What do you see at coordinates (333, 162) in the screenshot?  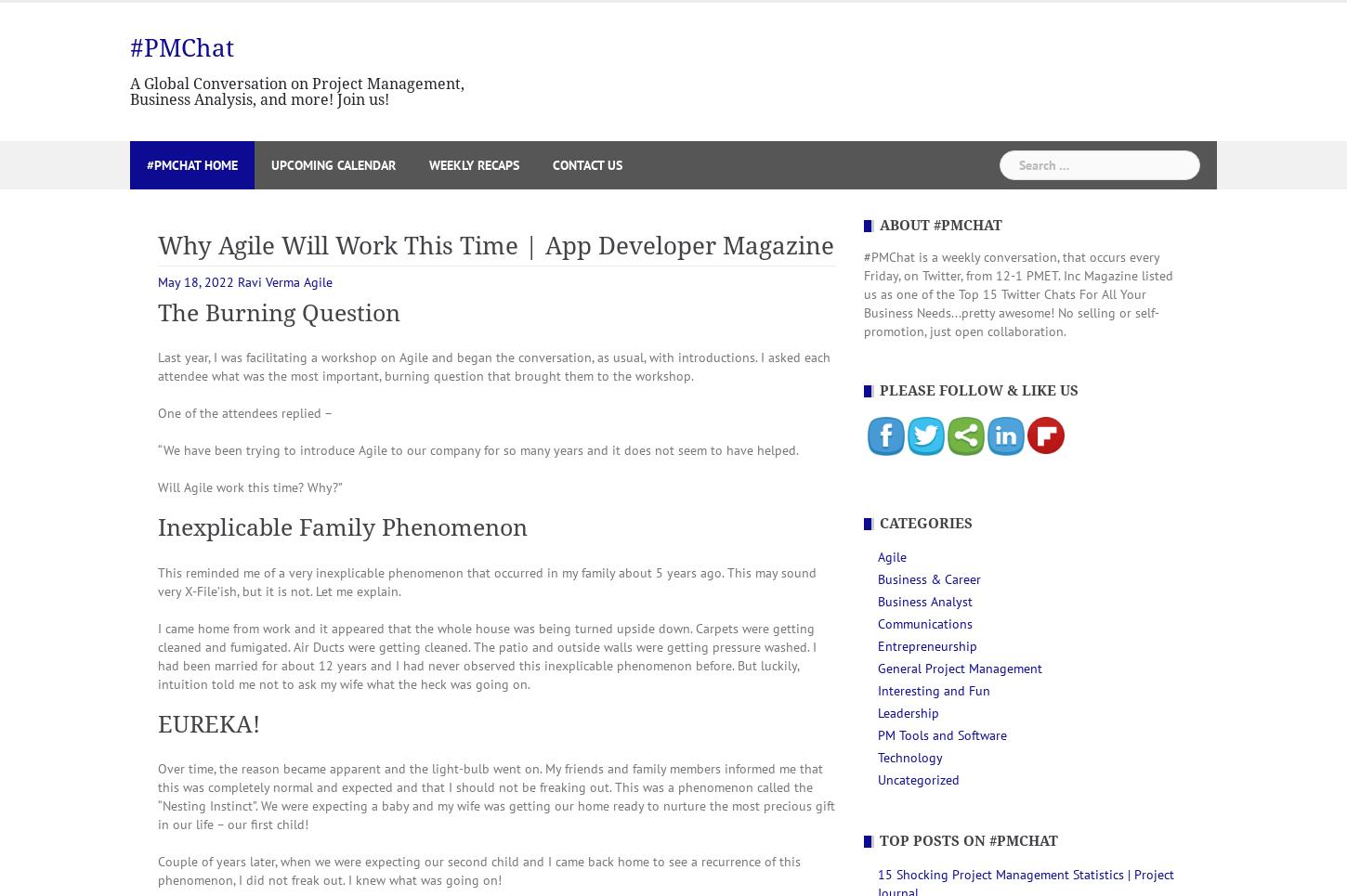 I see `'Upcoming Calendar'` at bounding box center [333, 162].